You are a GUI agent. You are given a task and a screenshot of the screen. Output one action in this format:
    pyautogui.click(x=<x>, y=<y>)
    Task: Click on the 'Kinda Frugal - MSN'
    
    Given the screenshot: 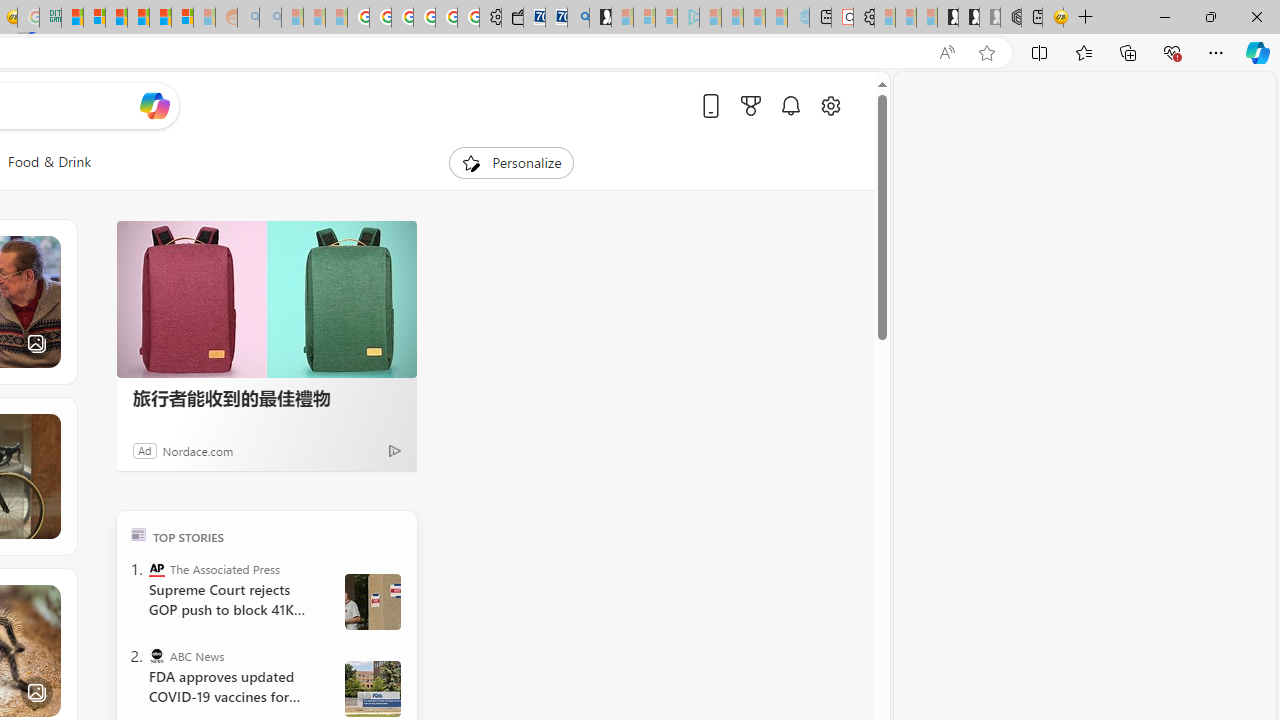 What is the action you would take?
    pyautogui.click(x=160, y=17)
    